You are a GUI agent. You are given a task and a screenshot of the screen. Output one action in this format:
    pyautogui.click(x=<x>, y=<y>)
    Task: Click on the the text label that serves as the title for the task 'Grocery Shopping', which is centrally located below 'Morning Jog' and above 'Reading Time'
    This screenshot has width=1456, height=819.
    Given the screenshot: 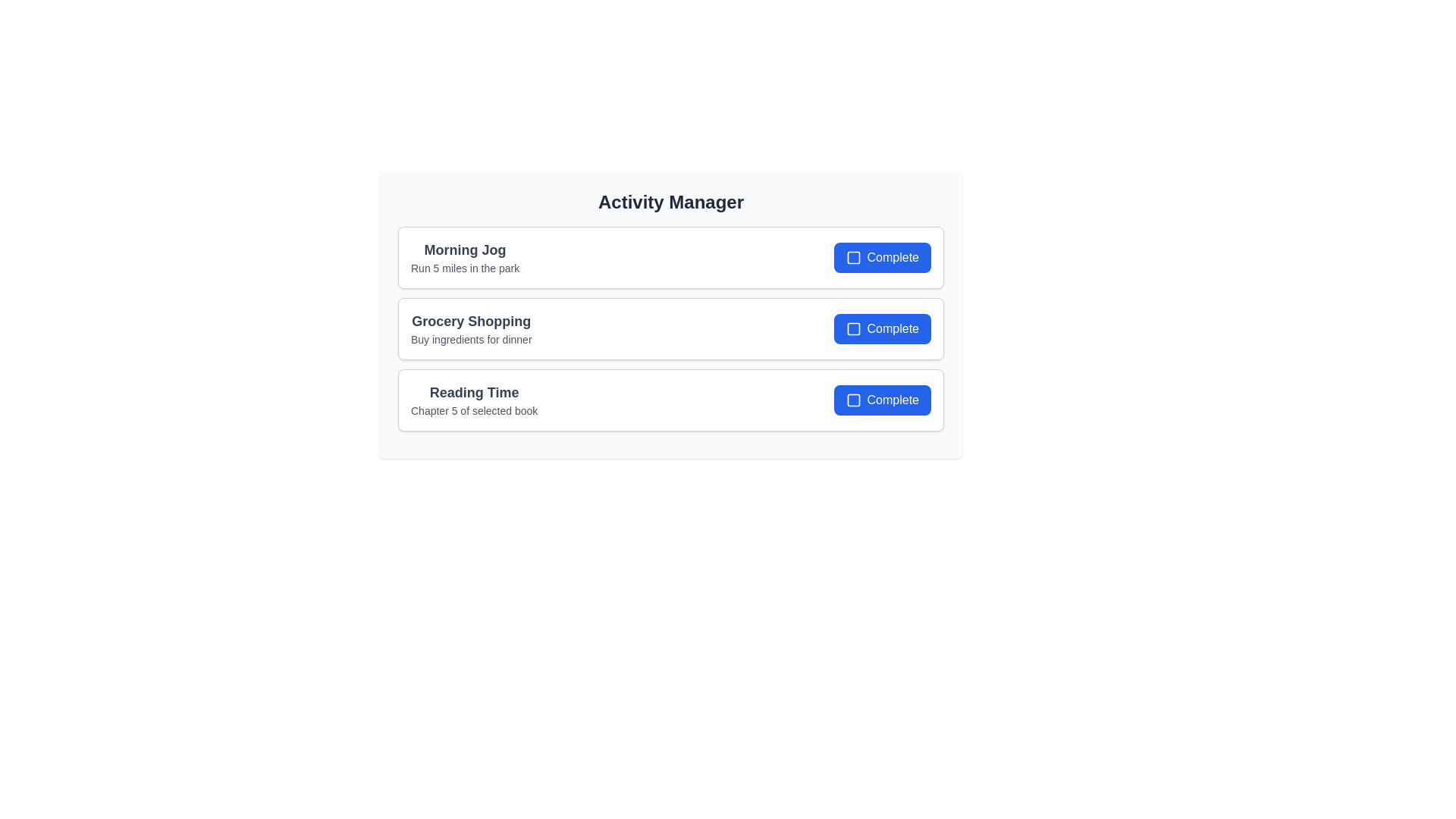 What is the action you would take?
    pyautogui.click(x=470, y=321)
    